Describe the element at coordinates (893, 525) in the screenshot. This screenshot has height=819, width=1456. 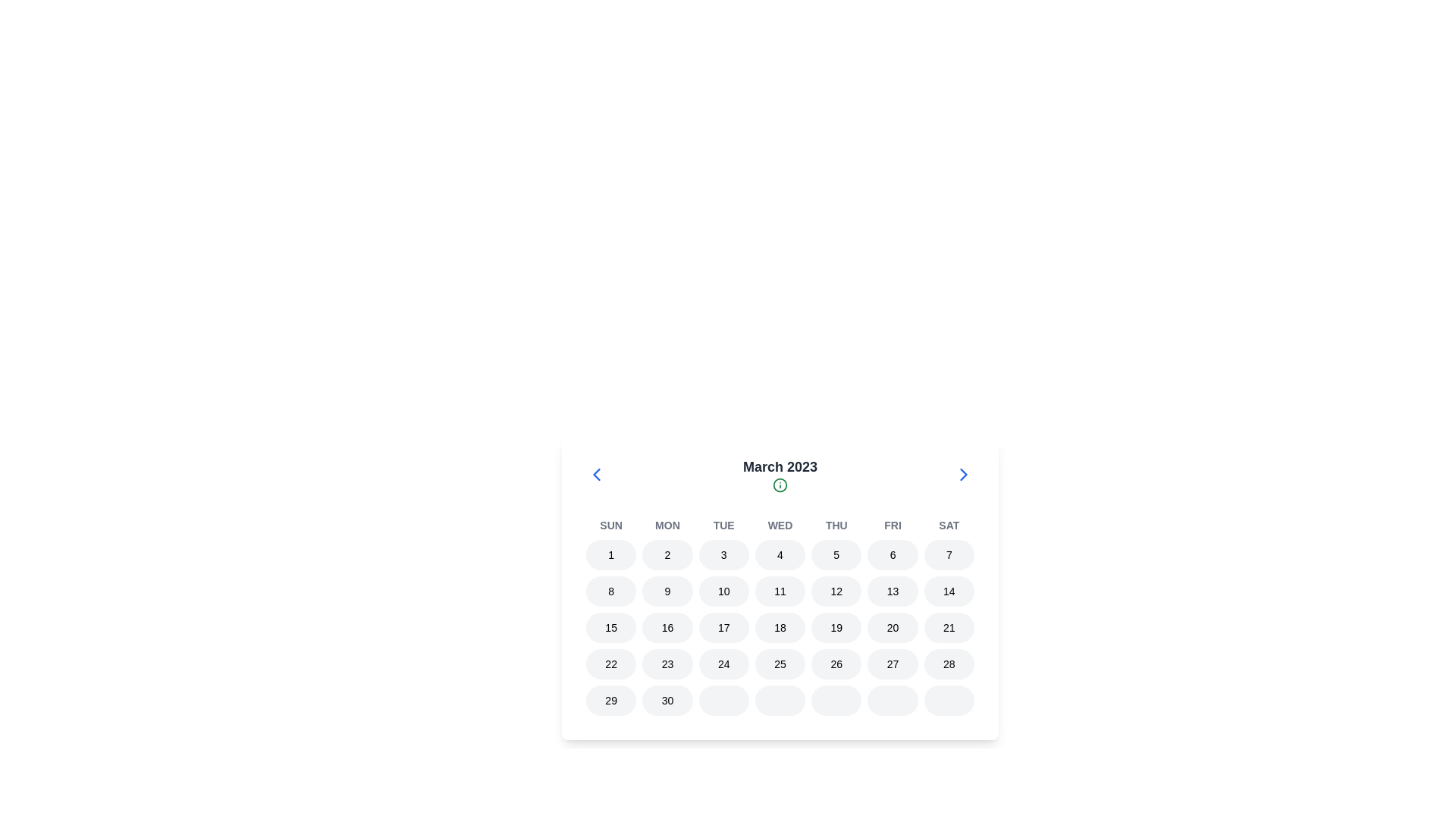
I see `the text label indicating 'Friday', which is the sixth element in a week layout of day abbreviations` at that location.